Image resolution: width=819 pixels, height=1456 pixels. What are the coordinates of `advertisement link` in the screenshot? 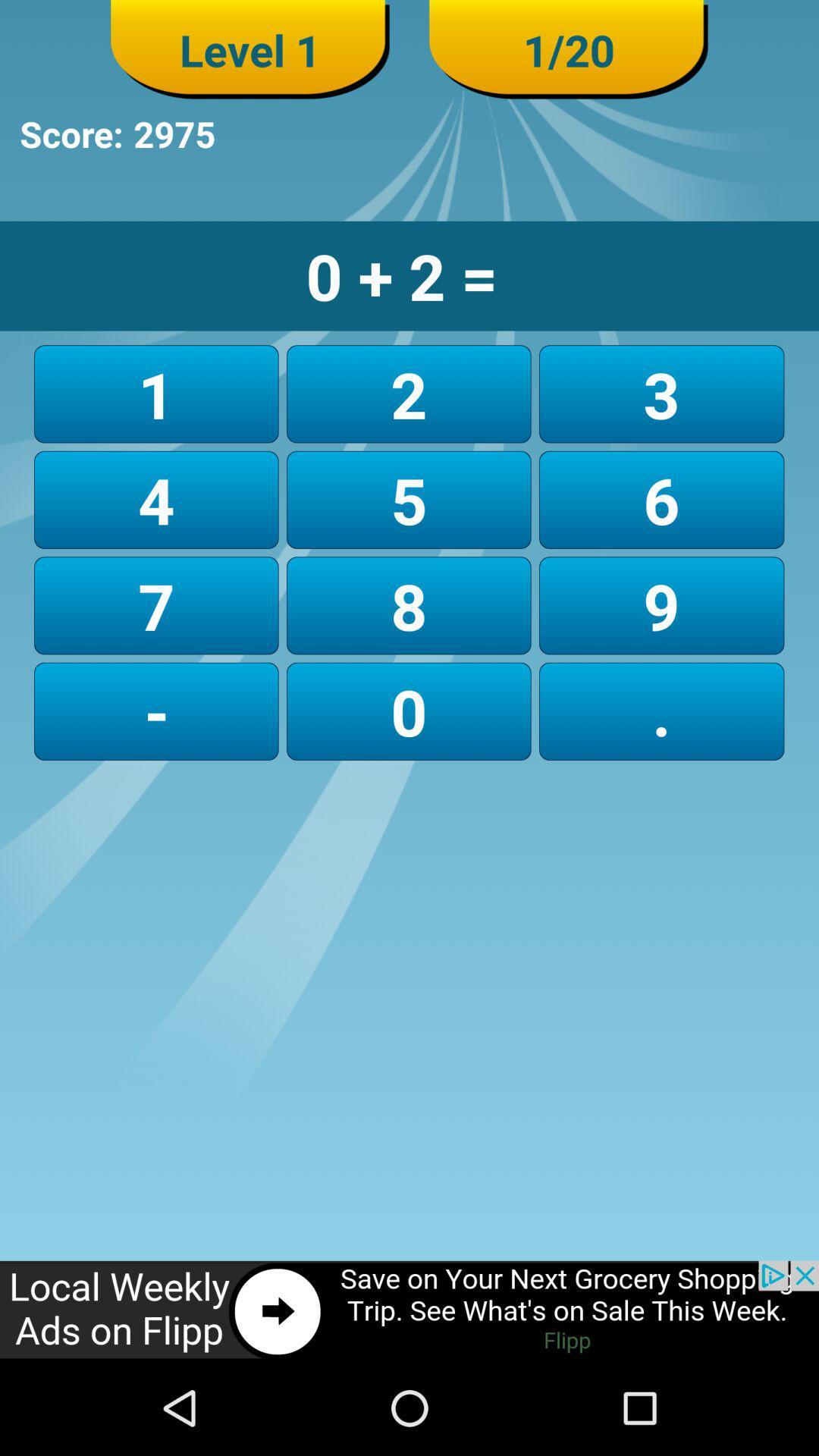 It's located at (409, 1310).